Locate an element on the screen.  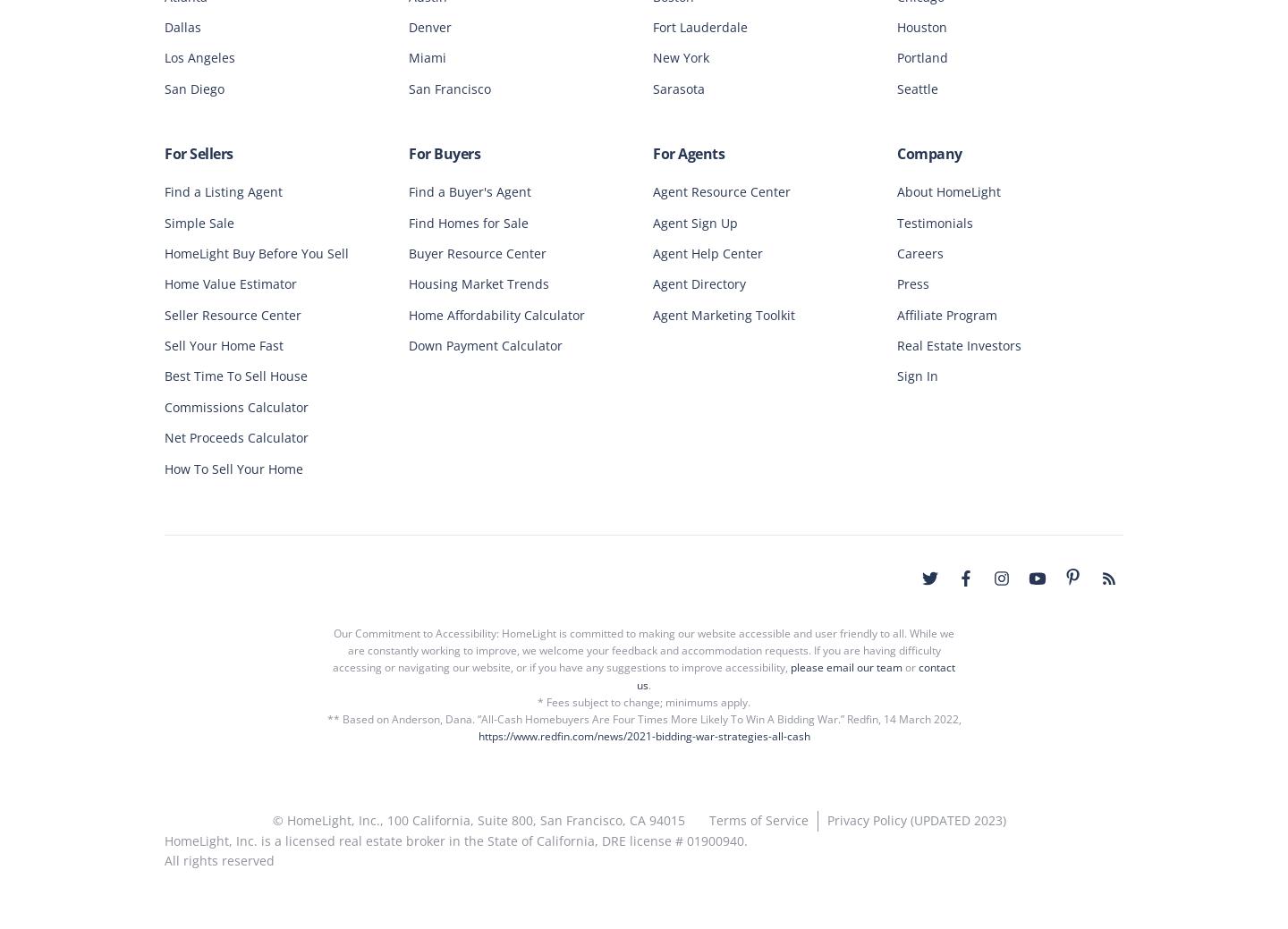
'Real Estate Investors' is located at coordinates (959, 343).